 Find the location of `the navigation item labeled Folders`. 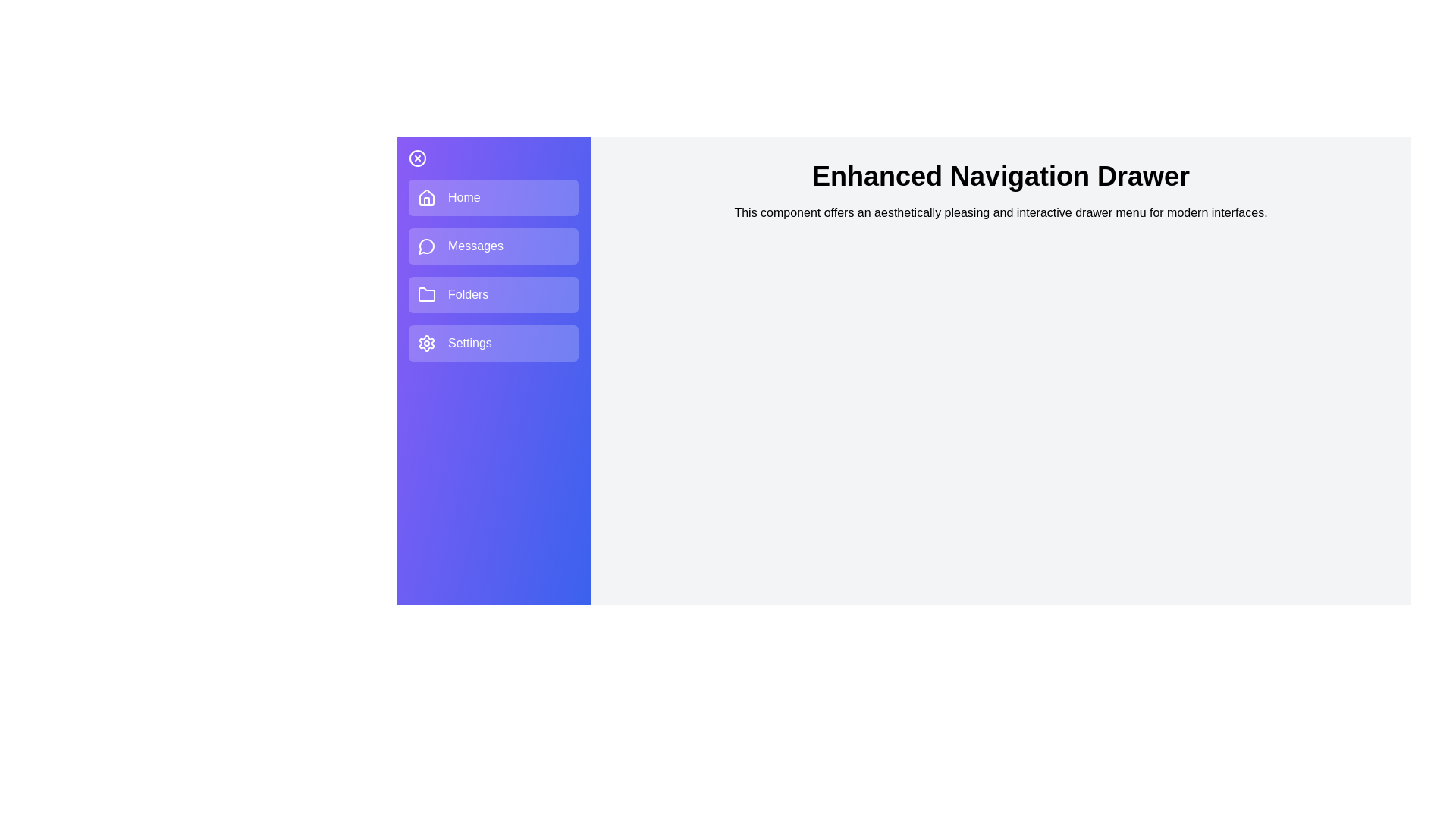

the navigation item labeled Folders is located at coordinates (494, 295).